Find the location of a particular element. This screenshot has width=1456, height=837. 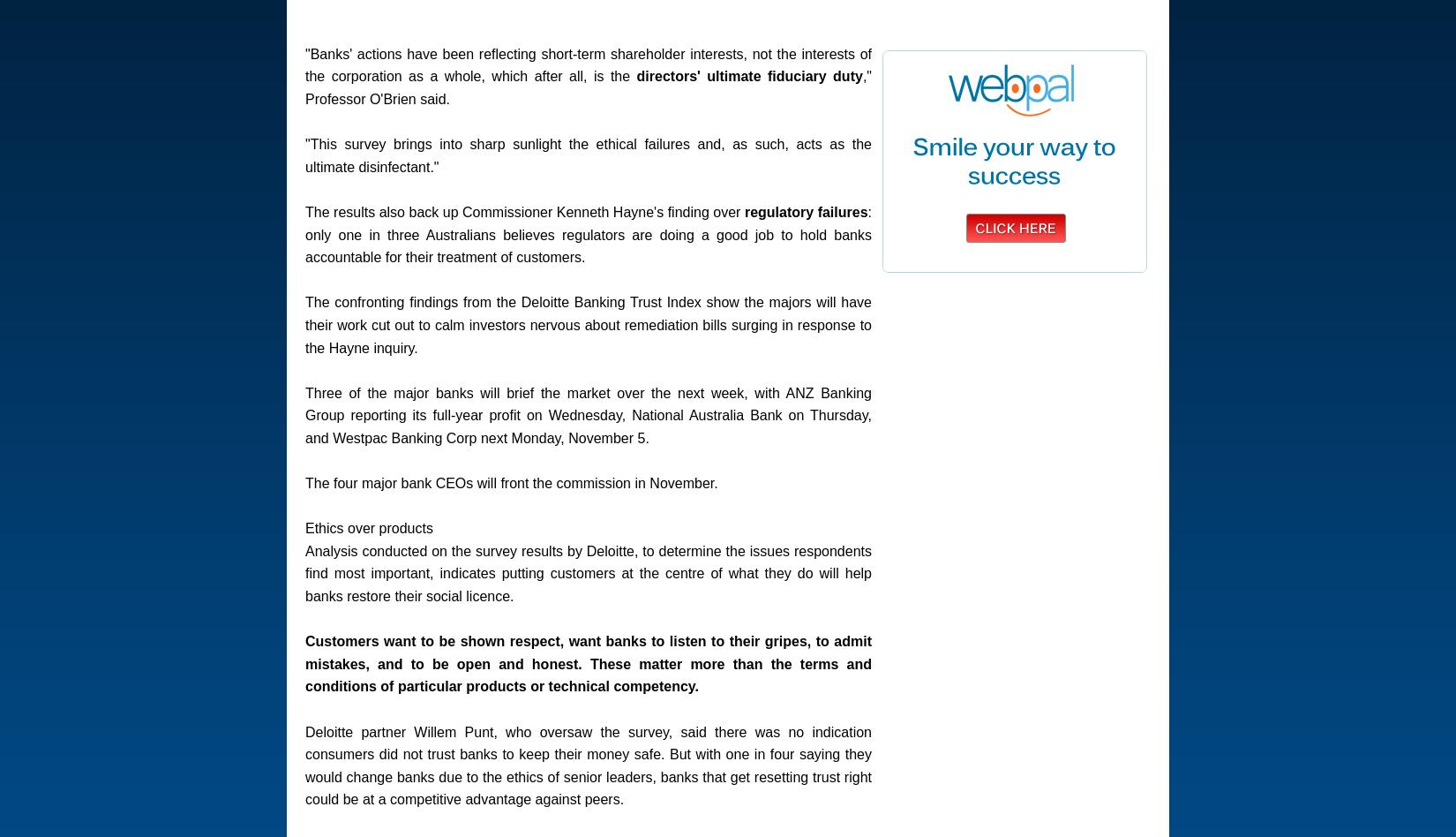

'Ethics over products' is located at coordinates (305, 527).